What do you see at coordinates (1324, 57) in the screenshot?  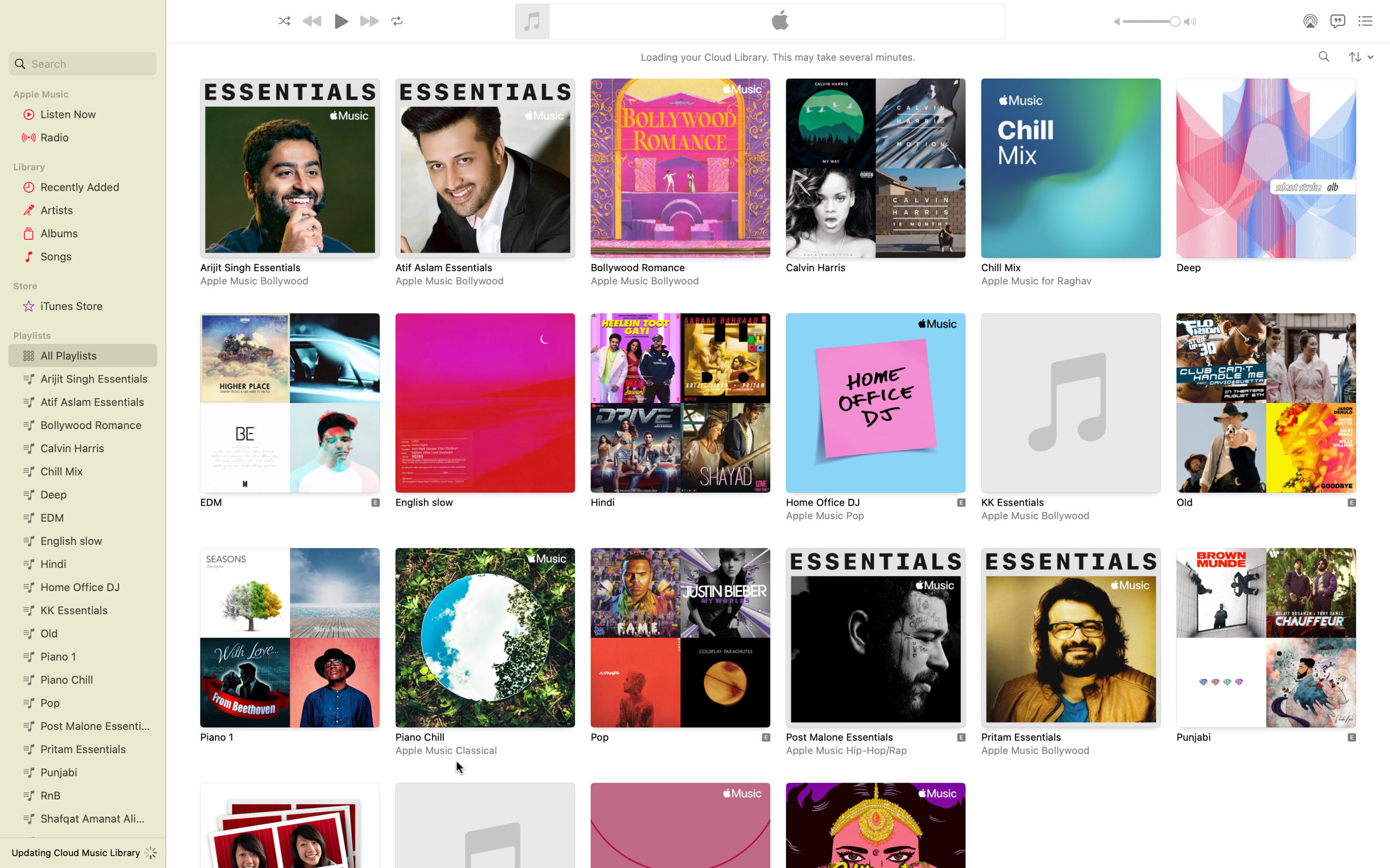 I see `the artist "Calvin Harris` at bounding box center [1324, 57].